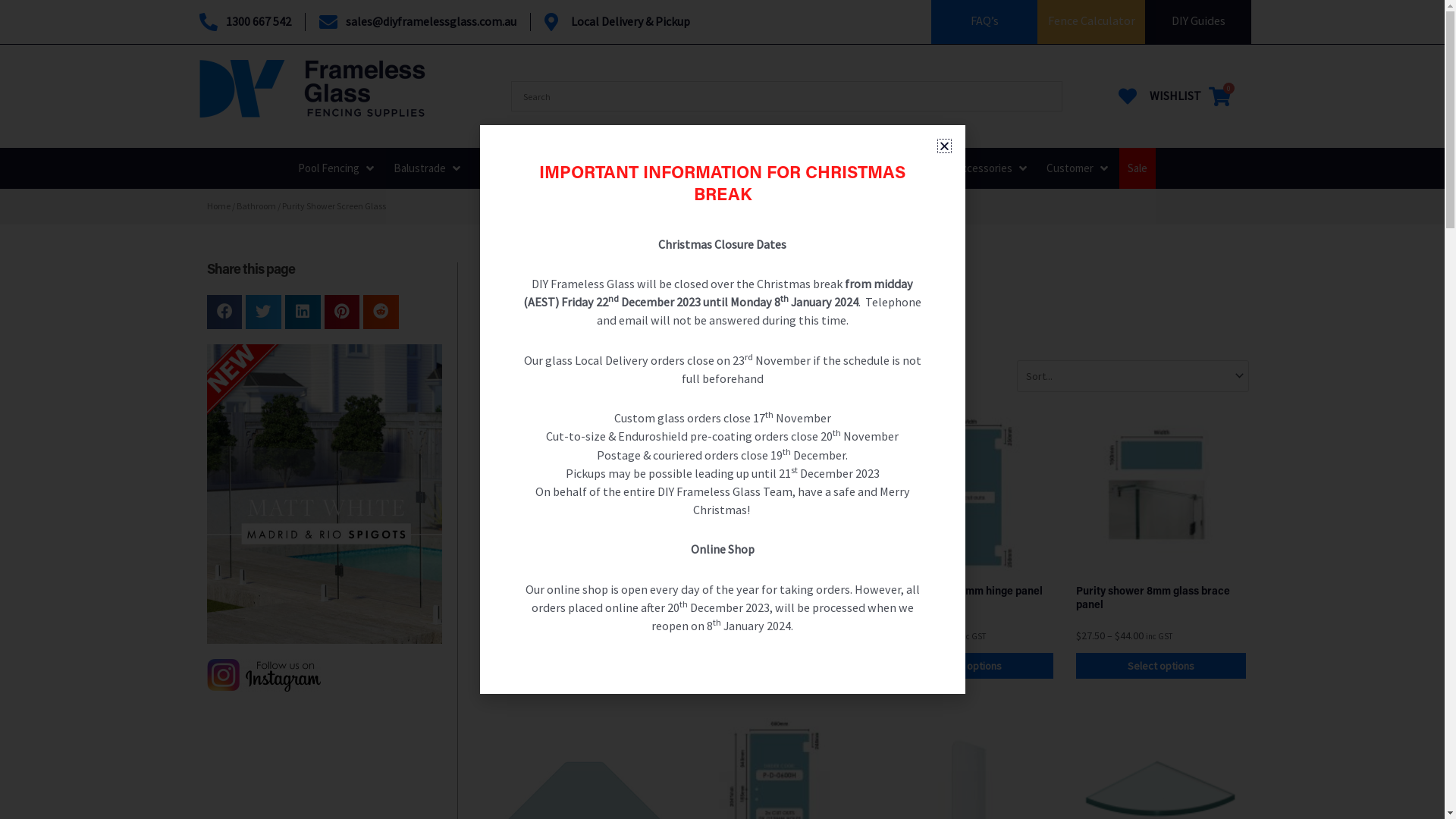 The height and width of the screenshot is (819, 1456). Describe the element at coordinates (1219, 96) in the screenshot. I see `'0'` at that location.